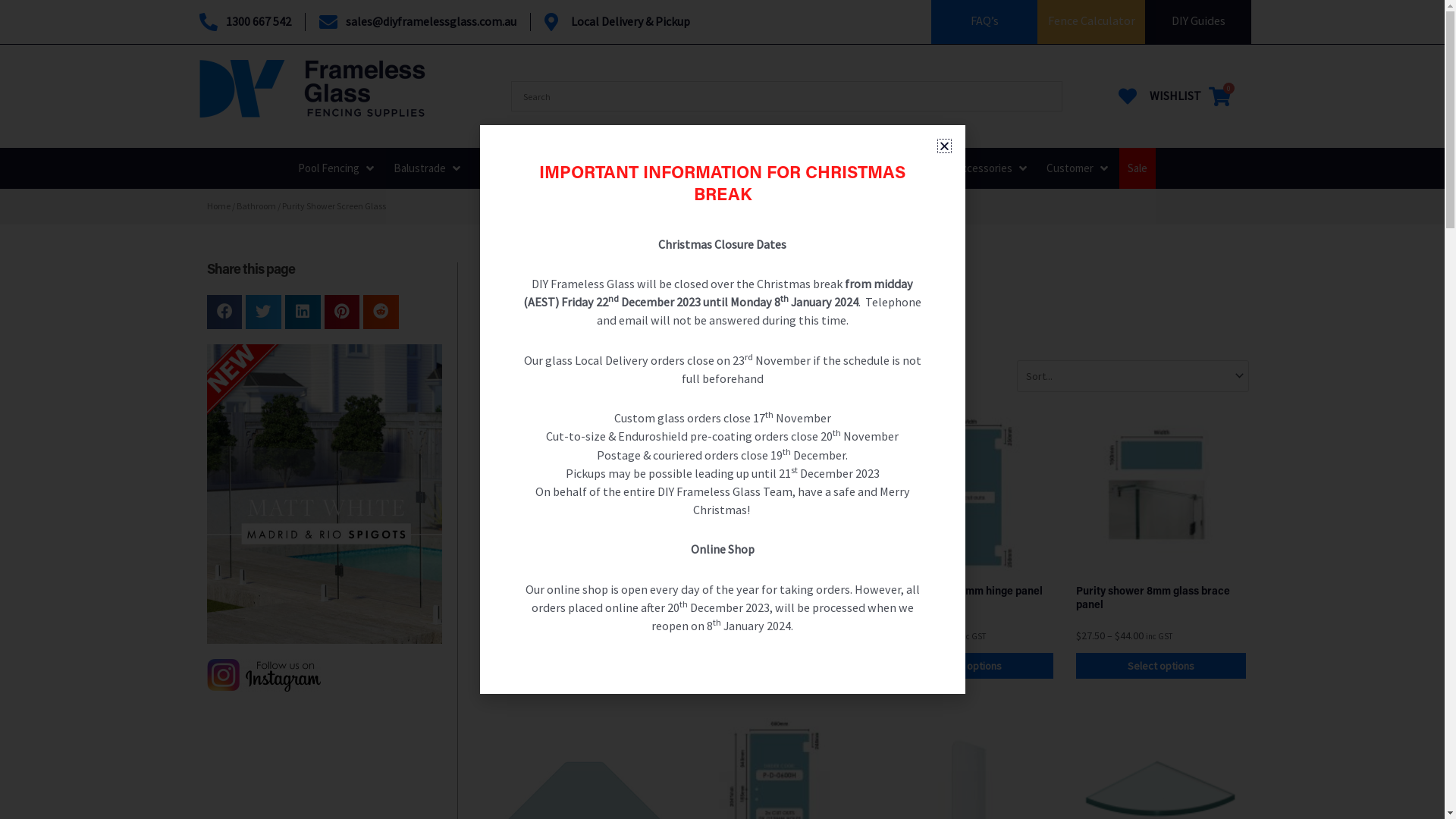 The height and width of the screenshot is (819, 1456). Describe the element at coordinates (1219, 96) in the screenshot. I see `'0'` at that location.